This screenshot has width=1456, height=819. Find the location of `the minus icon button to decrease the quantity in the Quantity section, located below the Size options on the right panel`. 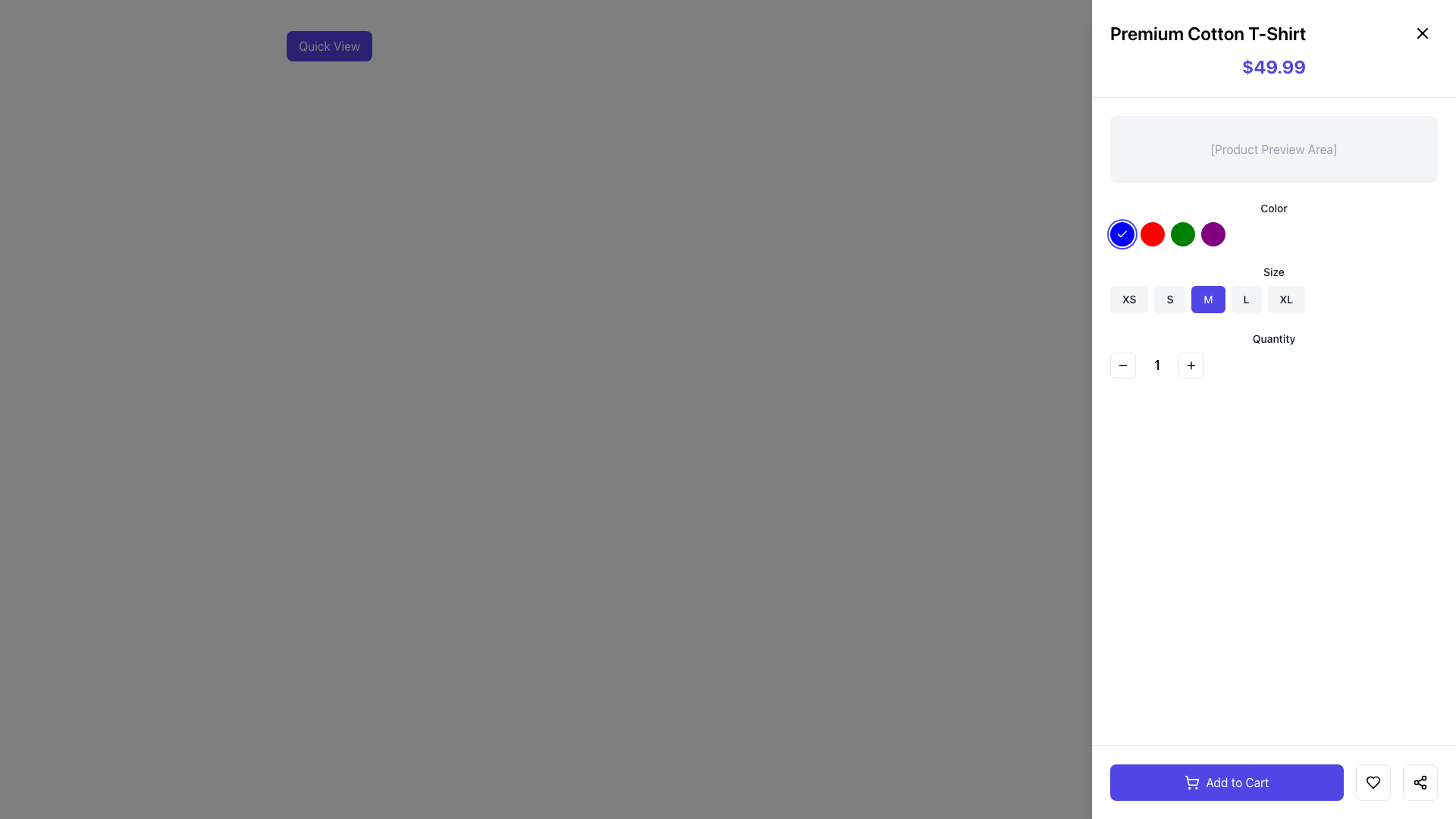

the minus icon button to decrease the quantity in the Quantity section, located below the Size options on the right panel is located at coordinates (1123, 366).